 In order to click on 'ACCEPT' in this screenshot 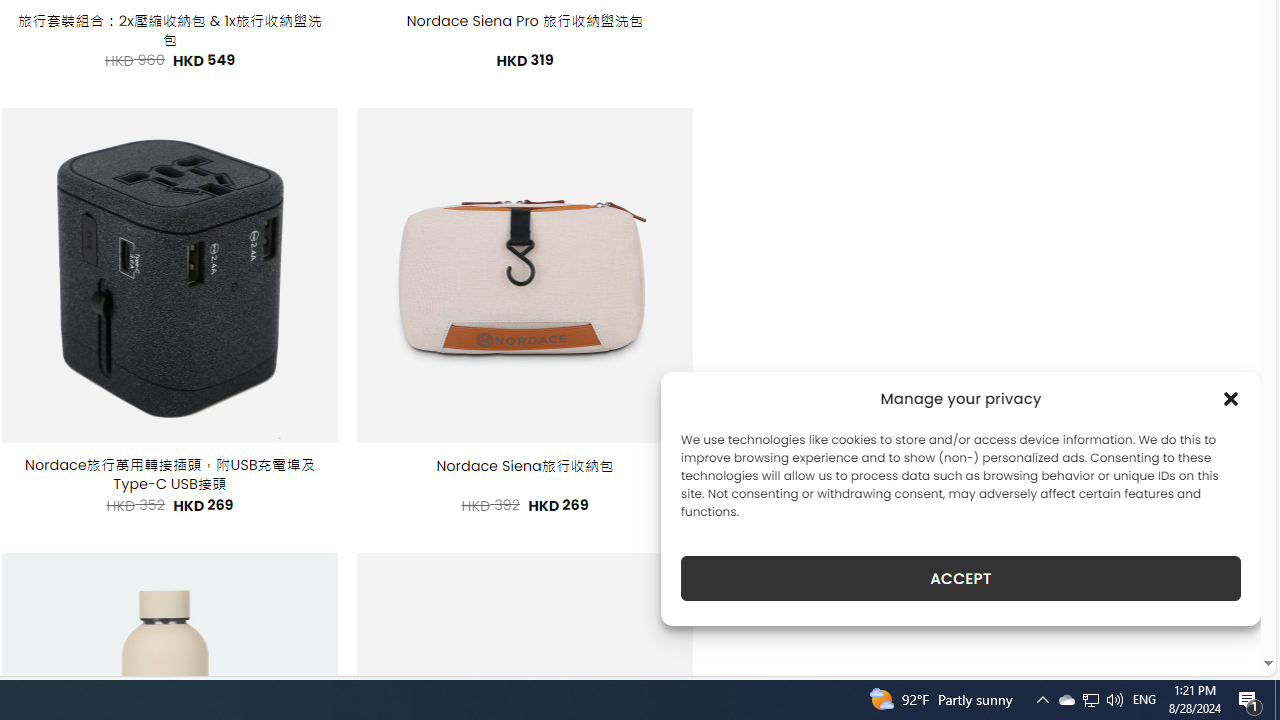, I will do `click(961, 578)`.